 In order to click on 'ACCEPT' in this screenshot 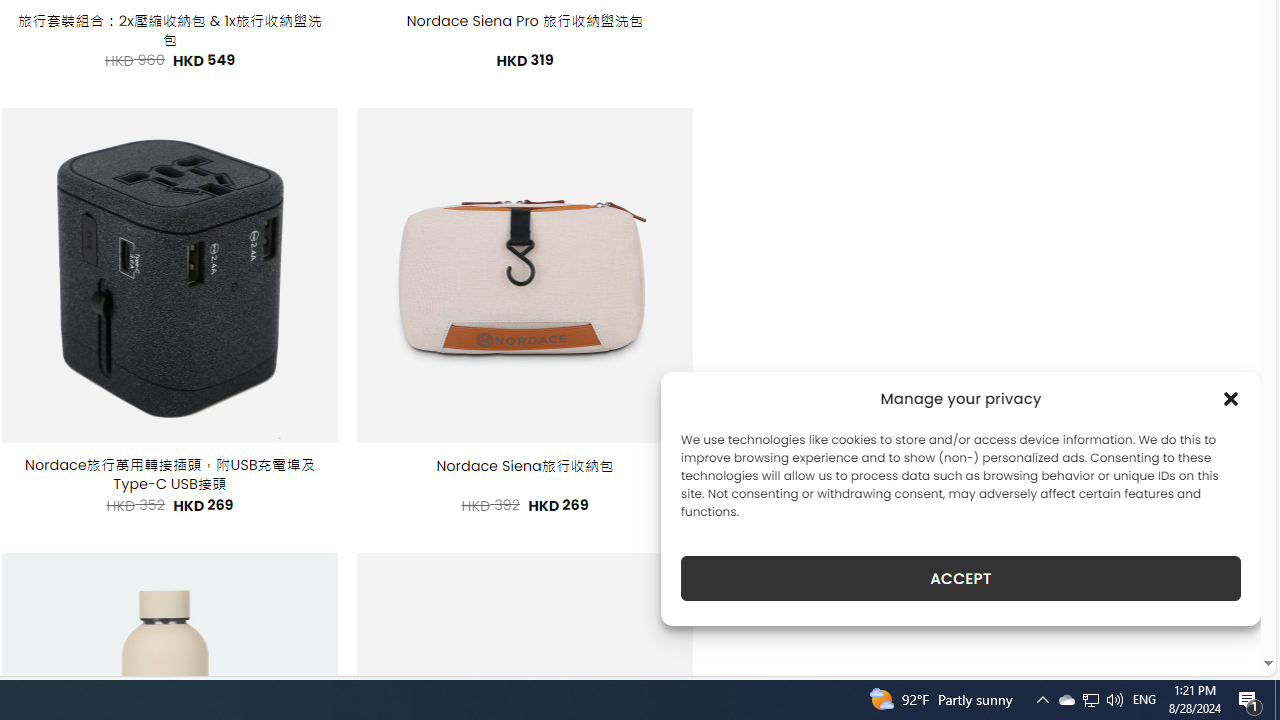, I will do `click(961, 578)`.